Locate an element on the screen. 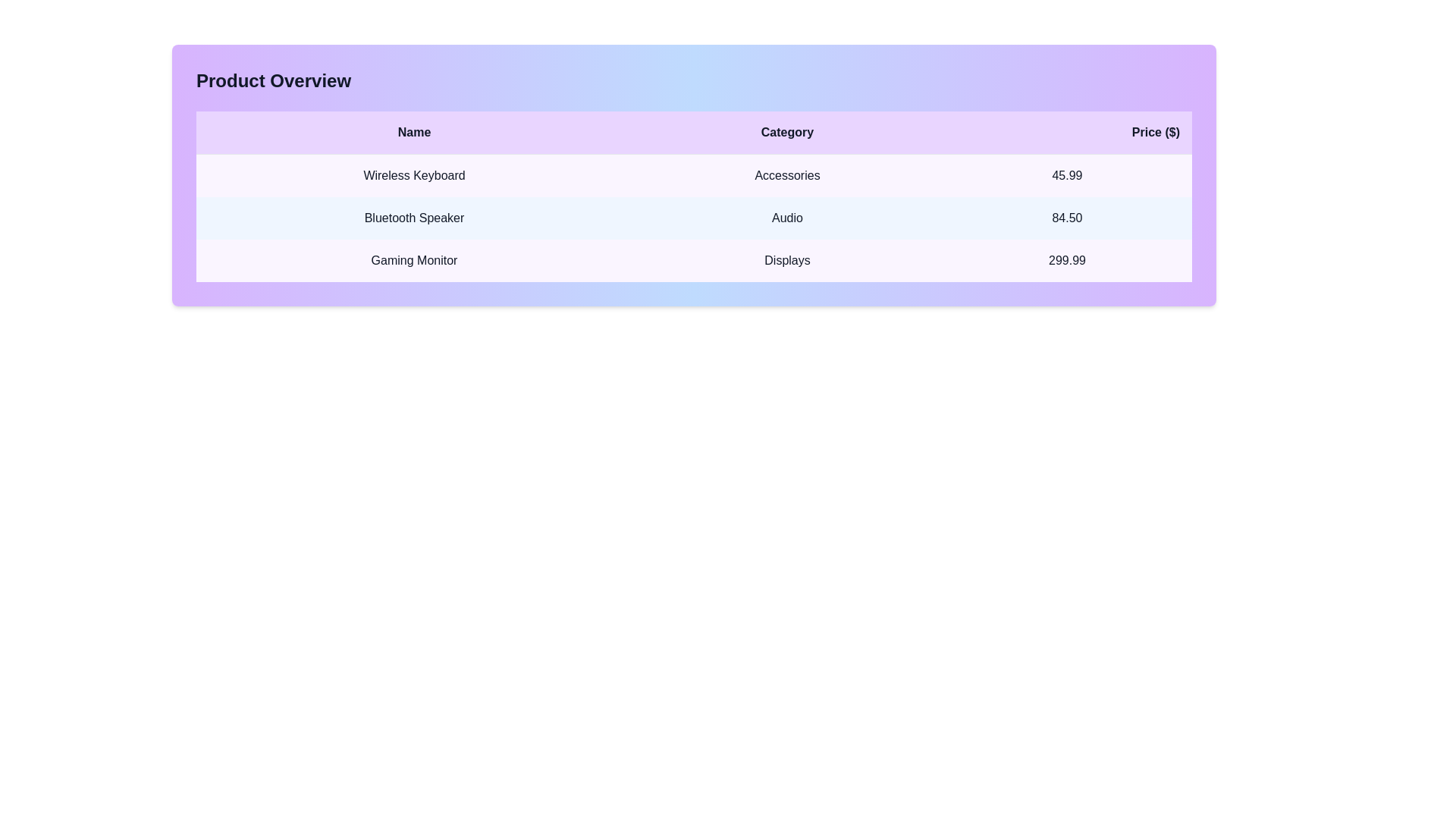  the 'Name' column header text label, which is the first column header in a data table, located at the top left corner of the header row is located at coordinates (414, 132).